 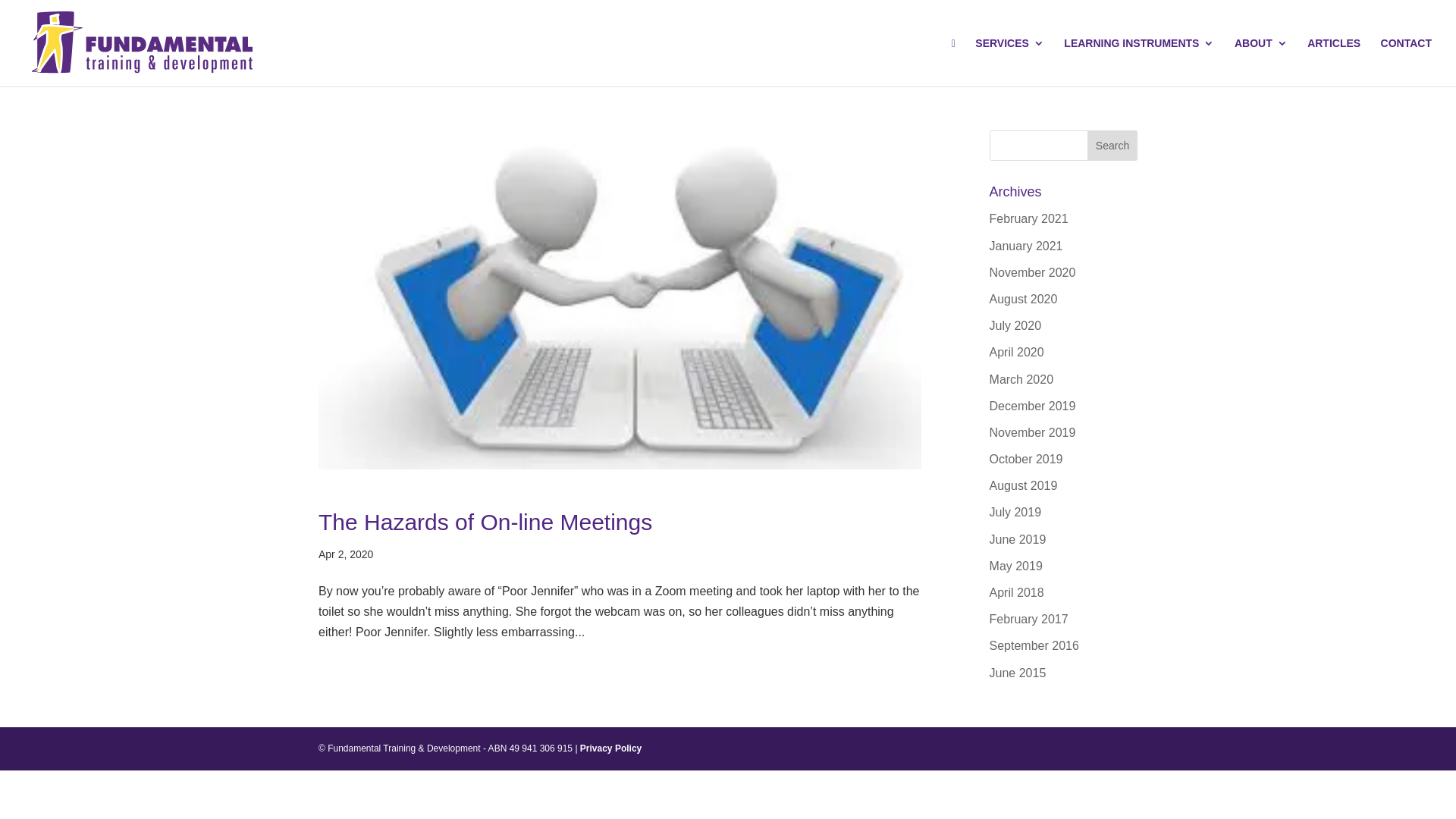 What do you see at coordinates (1139, 61) in the screenshot?
I see `'LEARNING INSTRUMENTS'` at bounding box center [1139, 61].